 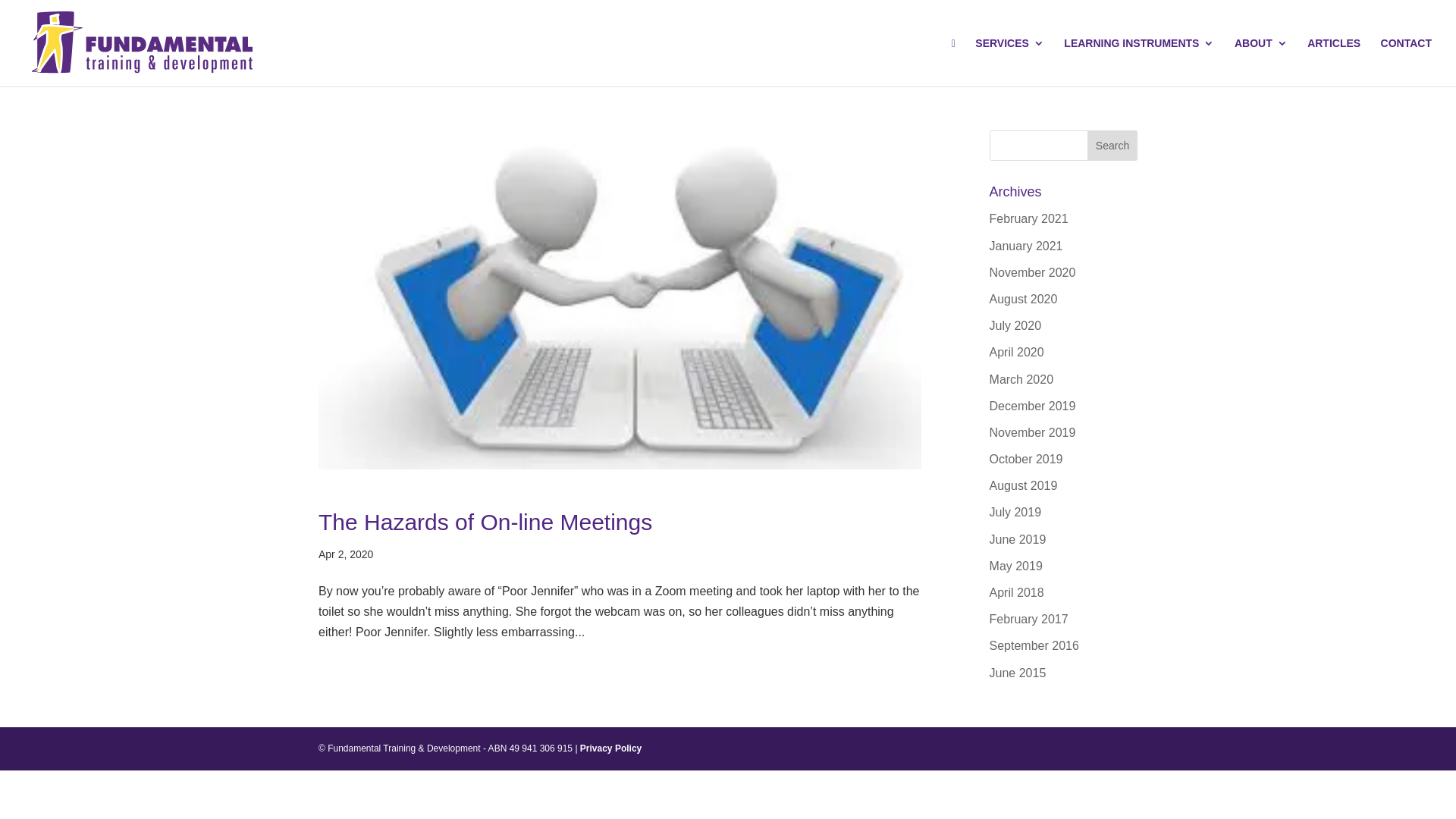 What do you see at coordinates (1139, 61) in the screenshot?
I see `'LEARNING INSTRUMENTS'` at bounding box center [1139, 61].